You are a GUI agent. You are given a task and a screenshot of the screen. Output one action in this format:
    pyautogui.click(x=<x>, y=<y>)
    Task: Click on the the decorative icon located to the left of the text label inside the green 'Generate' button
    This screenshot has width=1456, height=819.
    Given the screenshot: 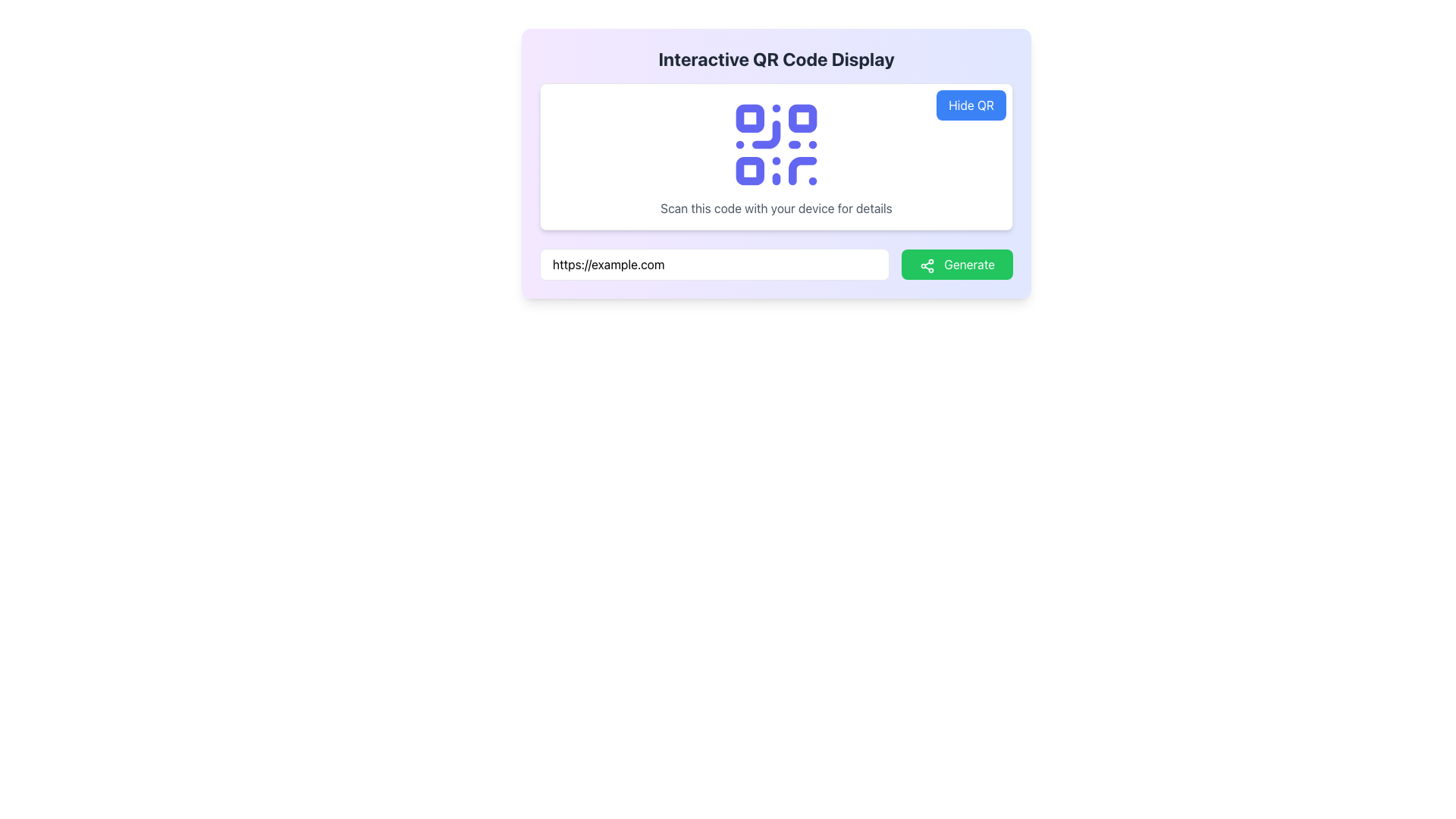 What is the action you would take?
    pyautogui.click(x=927, y=265)
    